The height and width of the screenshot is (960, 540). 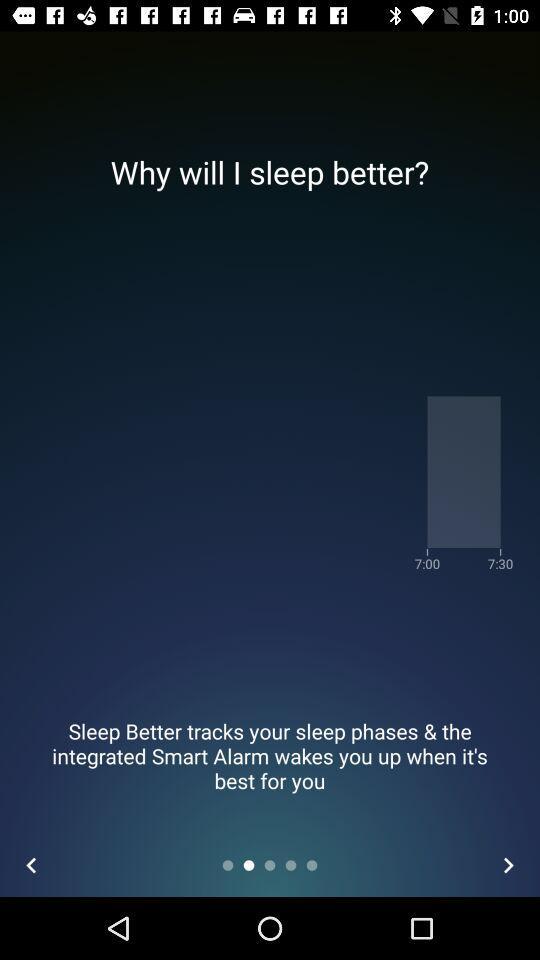 What do you see at coordinates (30, 864) in the screenshot?
I see `the arrow_backward icon` at bounding box center [30, 864].